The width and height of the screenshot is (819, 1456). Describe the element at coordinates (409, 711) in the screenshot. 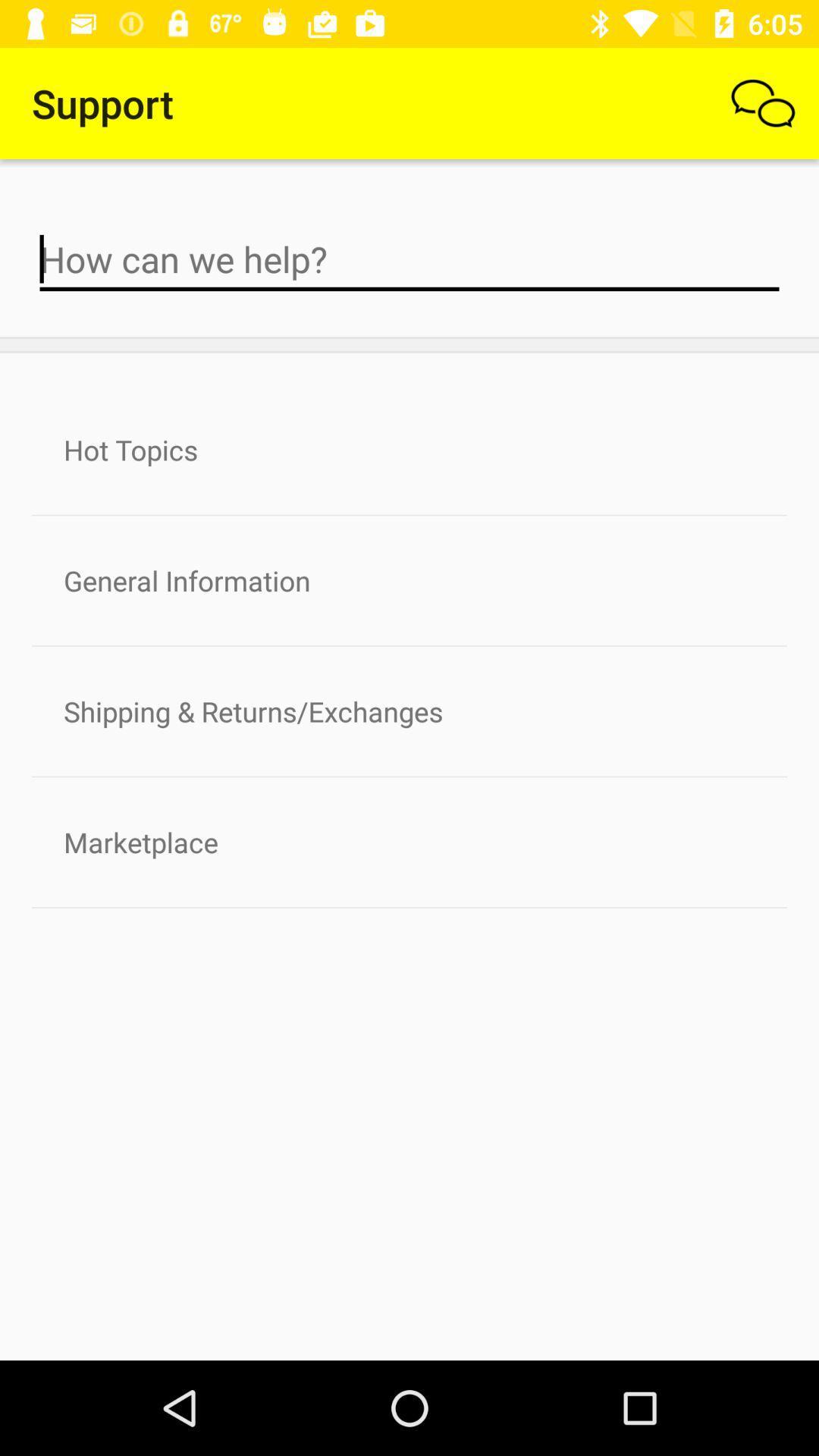

I see `the icon below general information icon` at that location.